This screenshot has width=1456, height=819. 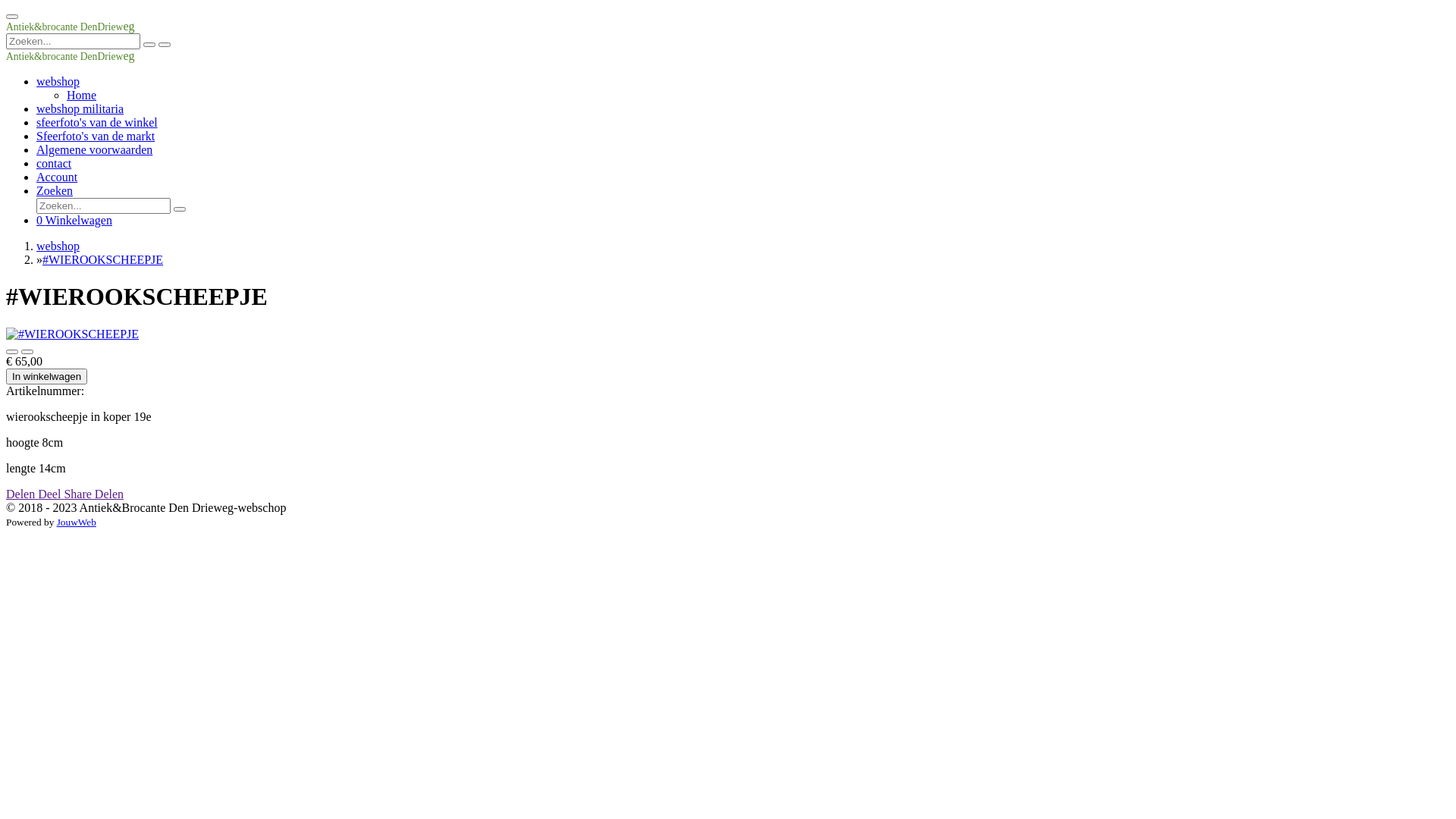 I want to click on 'Deel', so click(x=51, y=494).